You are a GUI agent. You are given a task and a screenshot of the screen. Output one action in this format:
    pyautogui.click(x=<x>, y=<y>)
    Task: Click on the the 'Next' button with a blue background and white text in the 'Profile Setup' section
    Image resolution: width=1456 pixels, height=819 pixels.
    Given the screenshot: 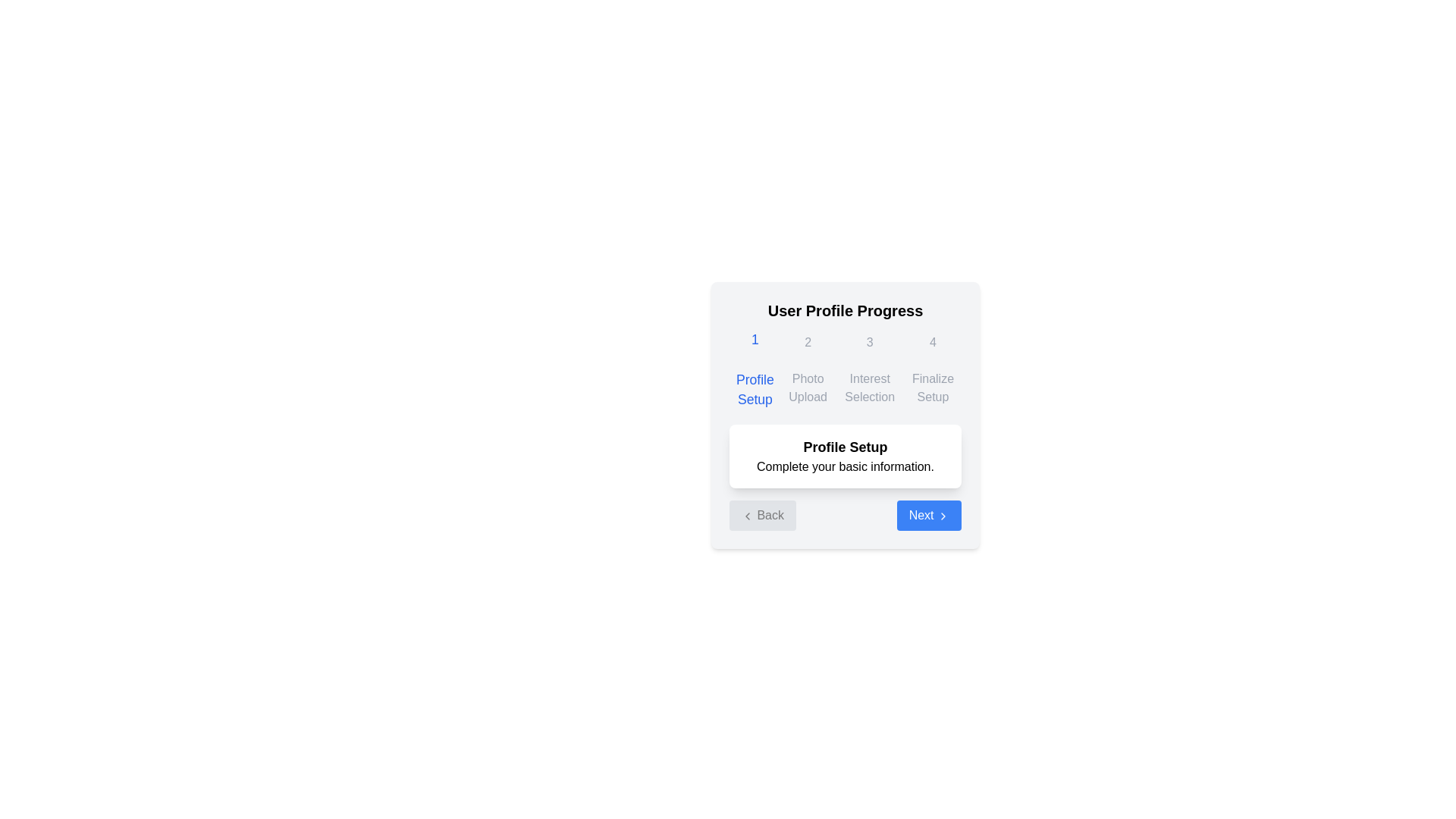 What is the action you would take?
    pyautogui.click(x=928, y=514)
    